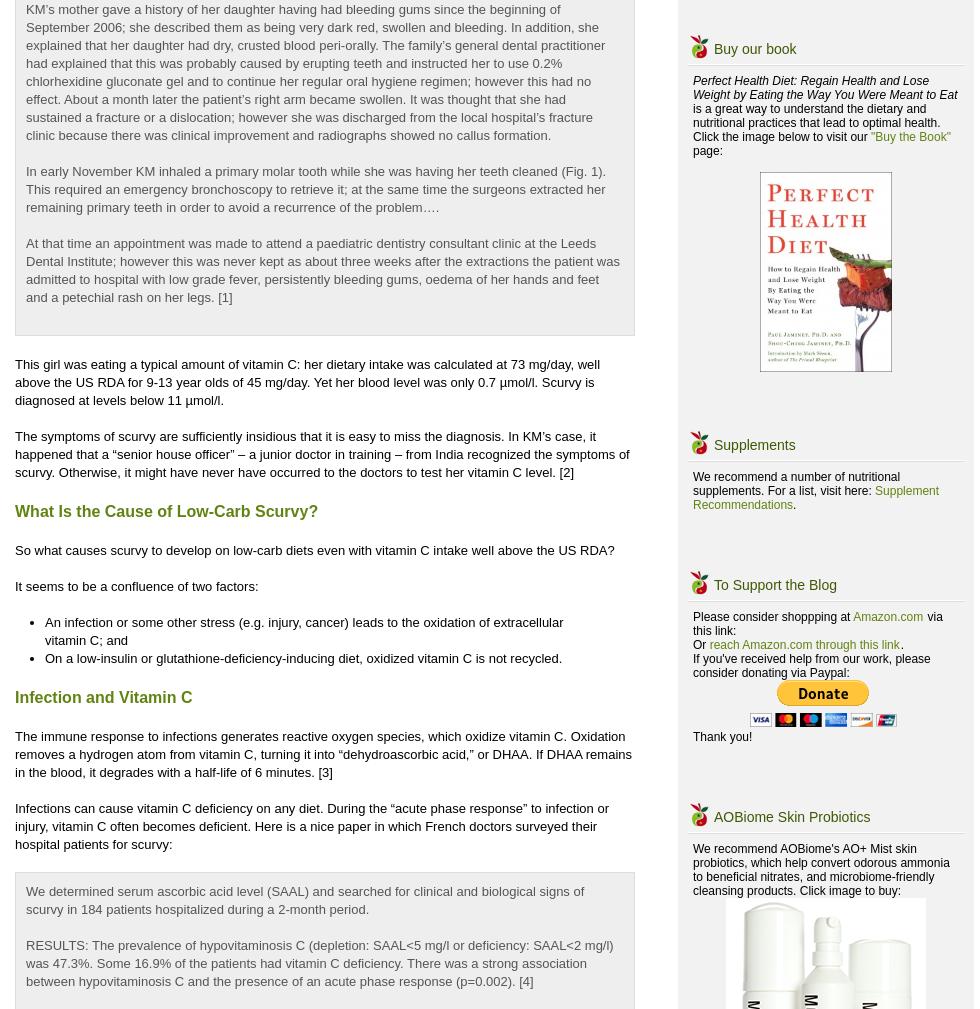  What do you see at coordinates (887, 617) in the screenshot?
I see `'Amazon.com'` at bounding box center [887, 617].